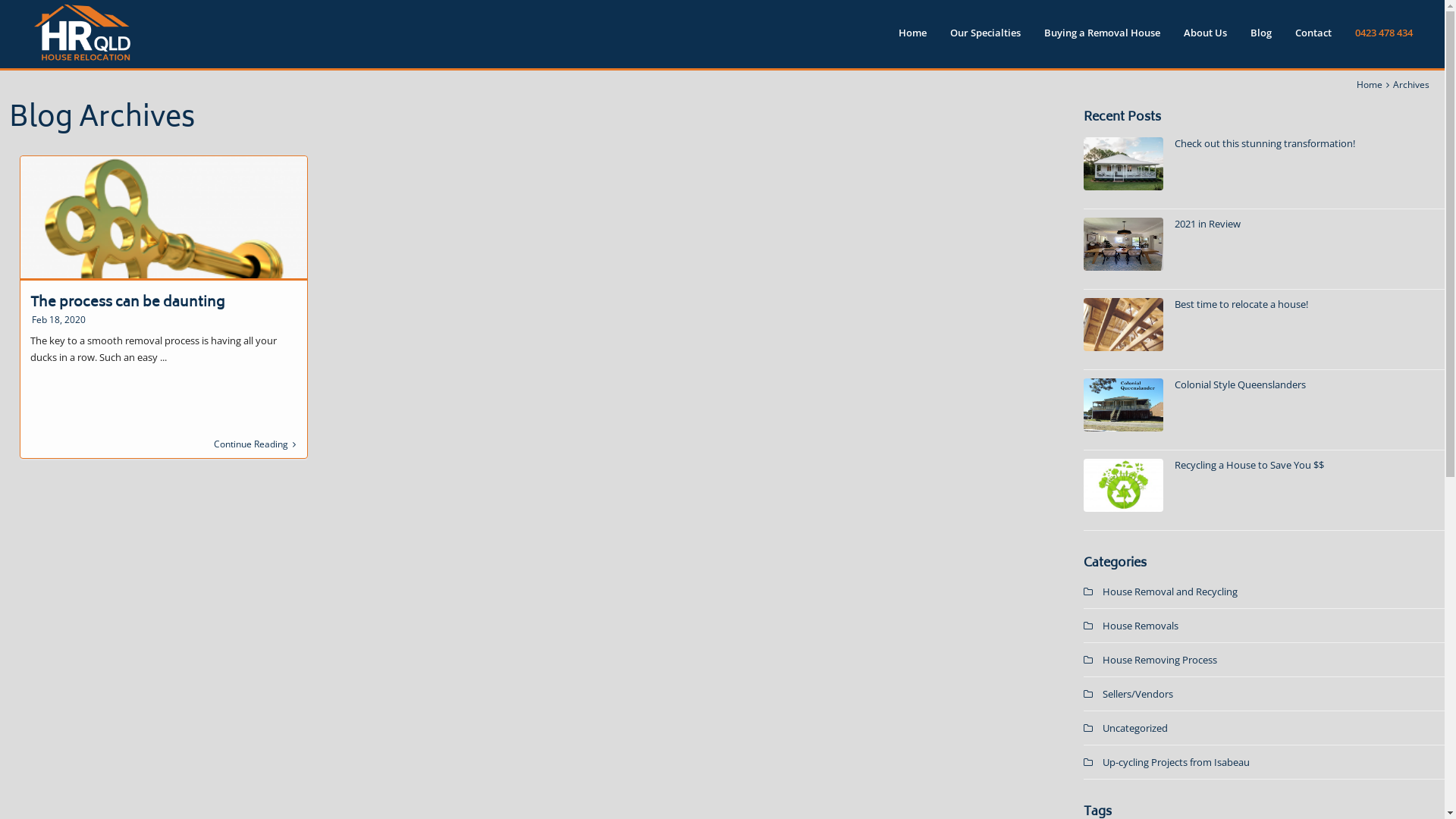  I want to click on 'Contact', so click(1313, 37).